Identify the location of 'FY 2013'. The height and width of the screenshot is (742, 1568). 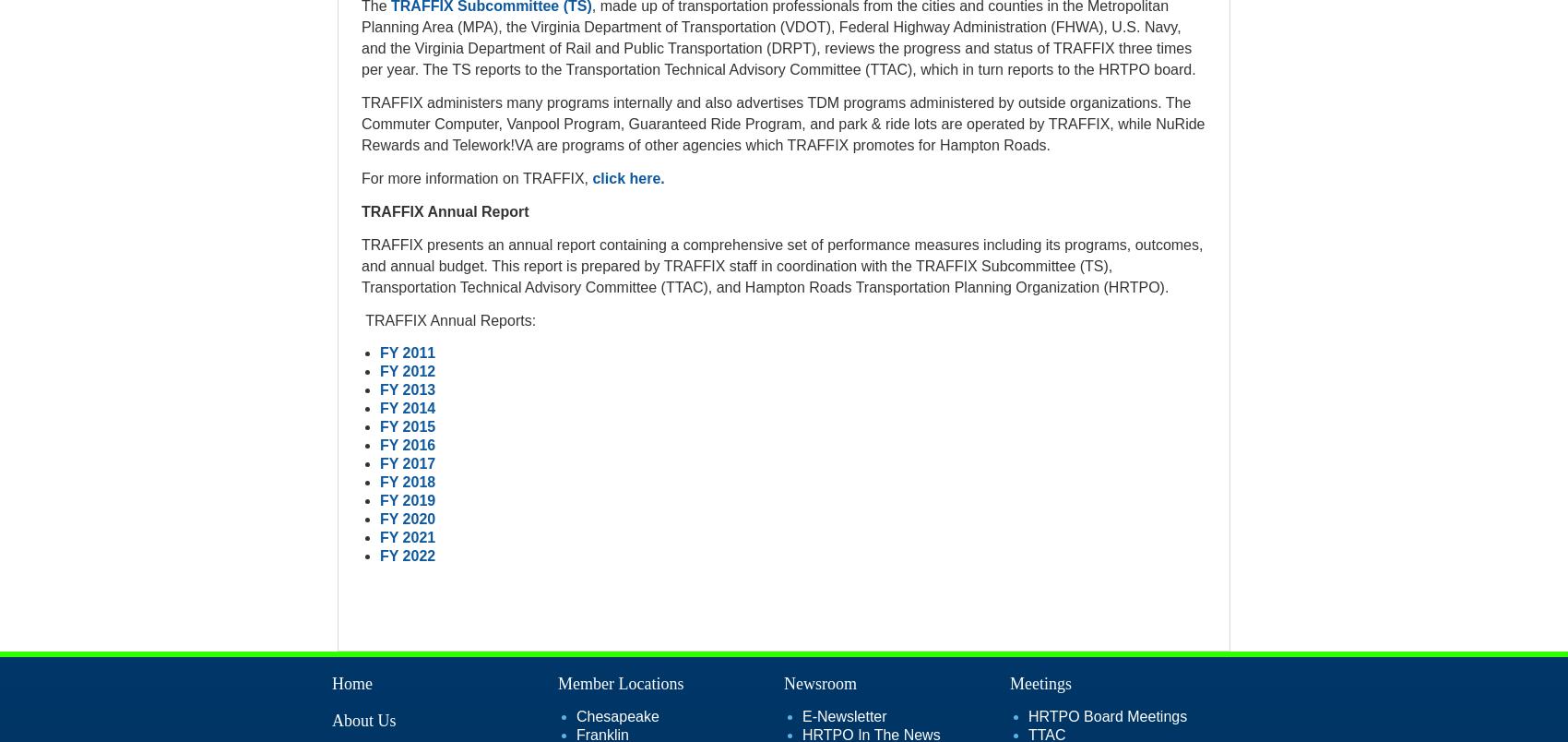
(408, 389).